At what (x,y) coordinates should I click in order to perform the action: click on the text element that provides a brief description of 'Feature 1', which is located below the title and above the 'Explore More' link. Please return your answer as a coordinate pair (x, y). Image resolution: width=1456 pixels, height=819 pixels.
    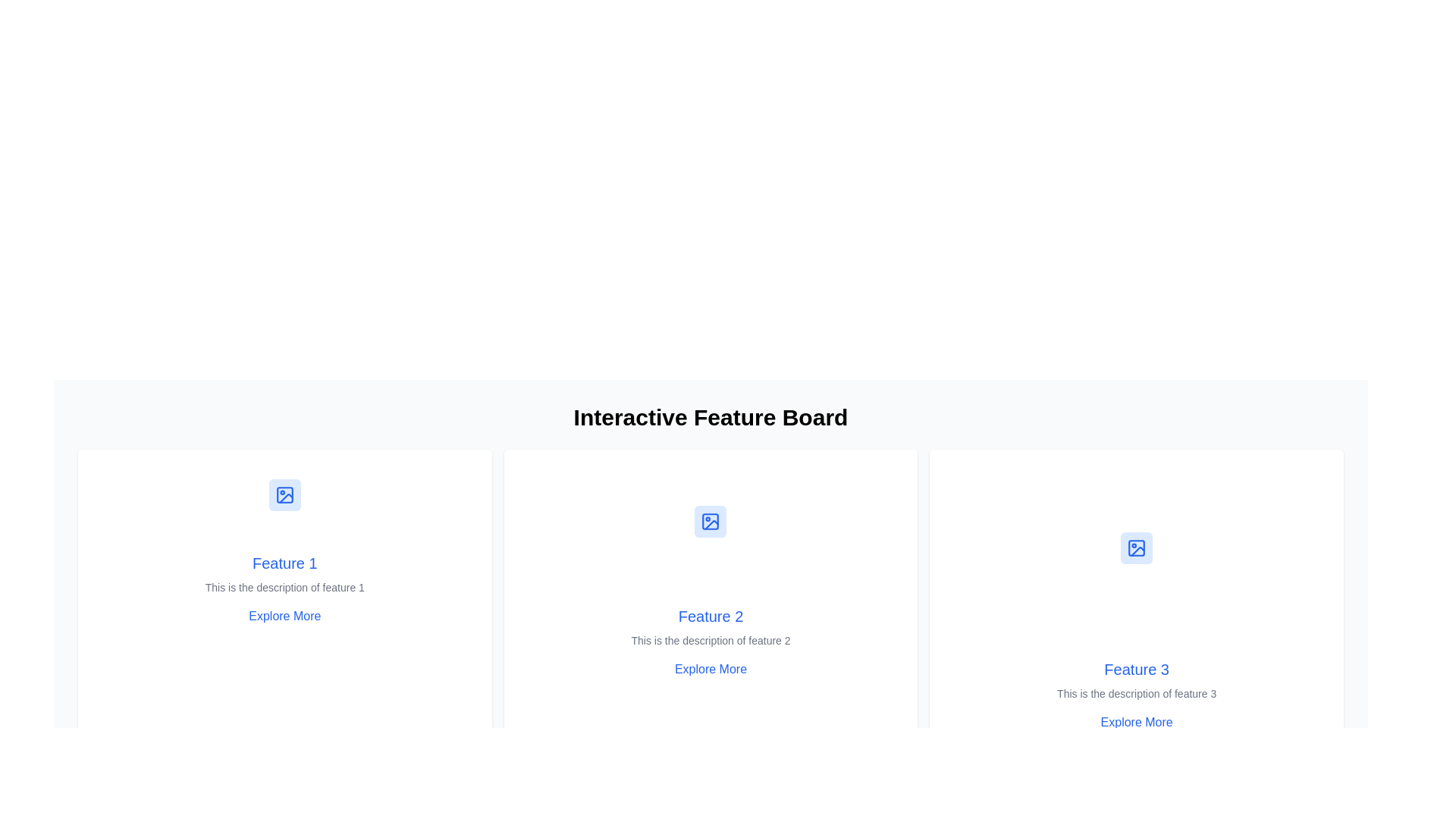
    Looking at the image, I should click on (284, 587).